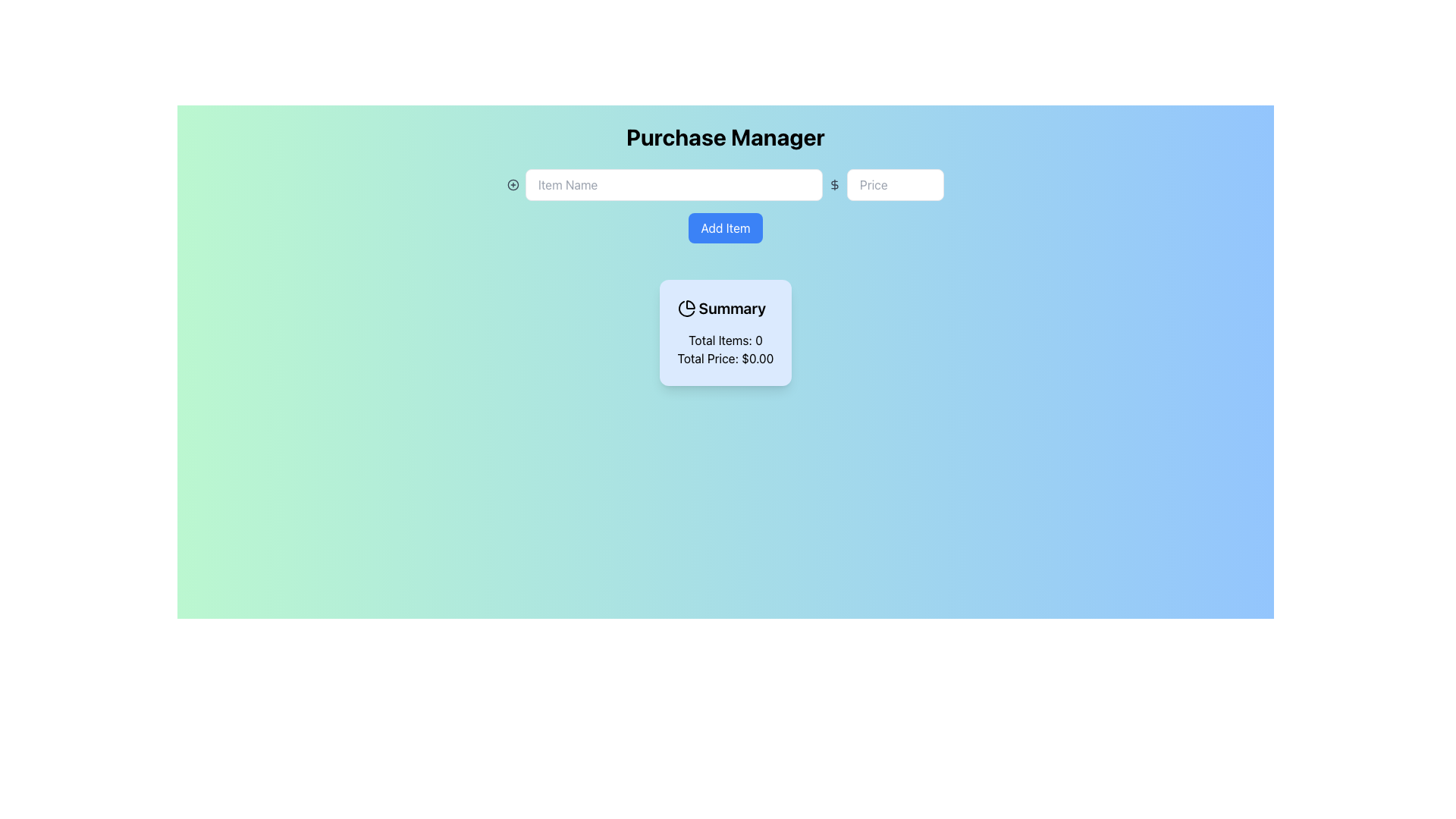 This screenshot has height=819, width=1456. I want to click on the 'Purchase Manager' text, which is styled in a large, bold font and is located at the top center of the interface, above the 'Add Item' form, so click(724, 137).